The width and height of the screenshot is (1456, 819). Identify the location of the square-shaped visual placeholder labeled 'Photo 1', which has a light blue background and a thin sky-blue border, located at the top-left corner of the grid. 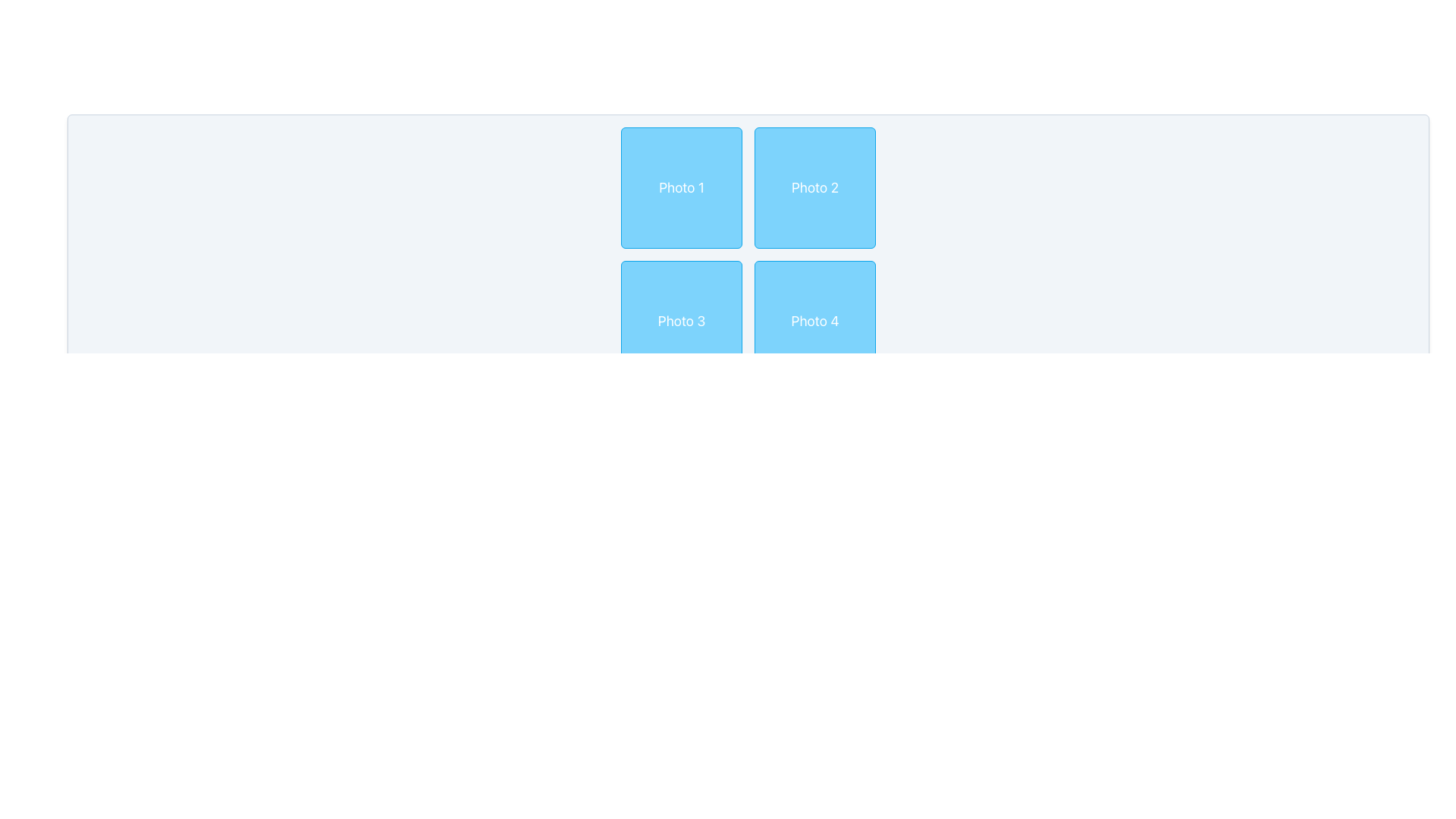
(680, 187).